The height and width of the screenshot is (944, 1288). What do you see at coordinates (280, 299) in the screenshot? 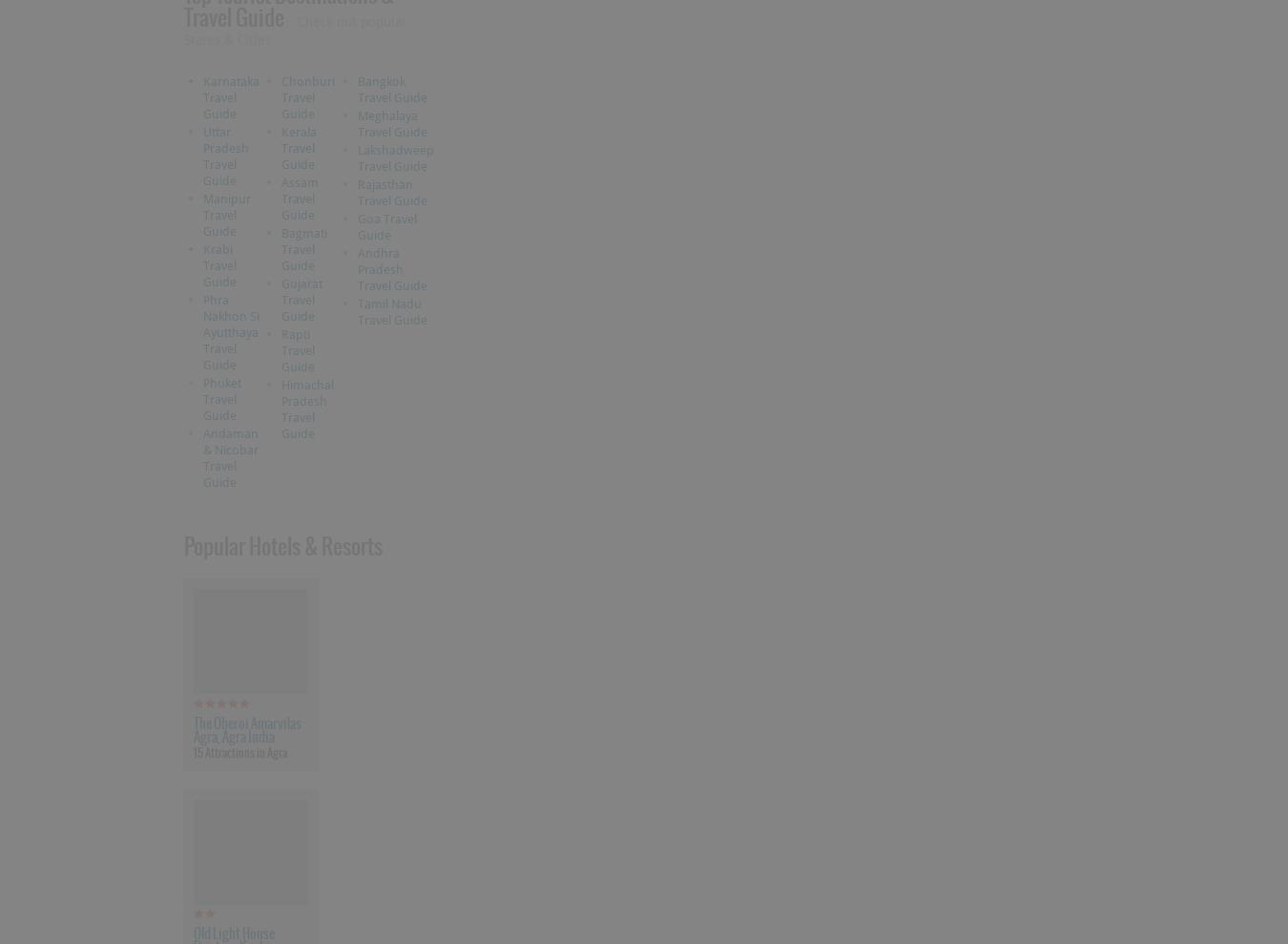
I see `'Gujarat Travel Guide'` at bounding box center [280, 299].